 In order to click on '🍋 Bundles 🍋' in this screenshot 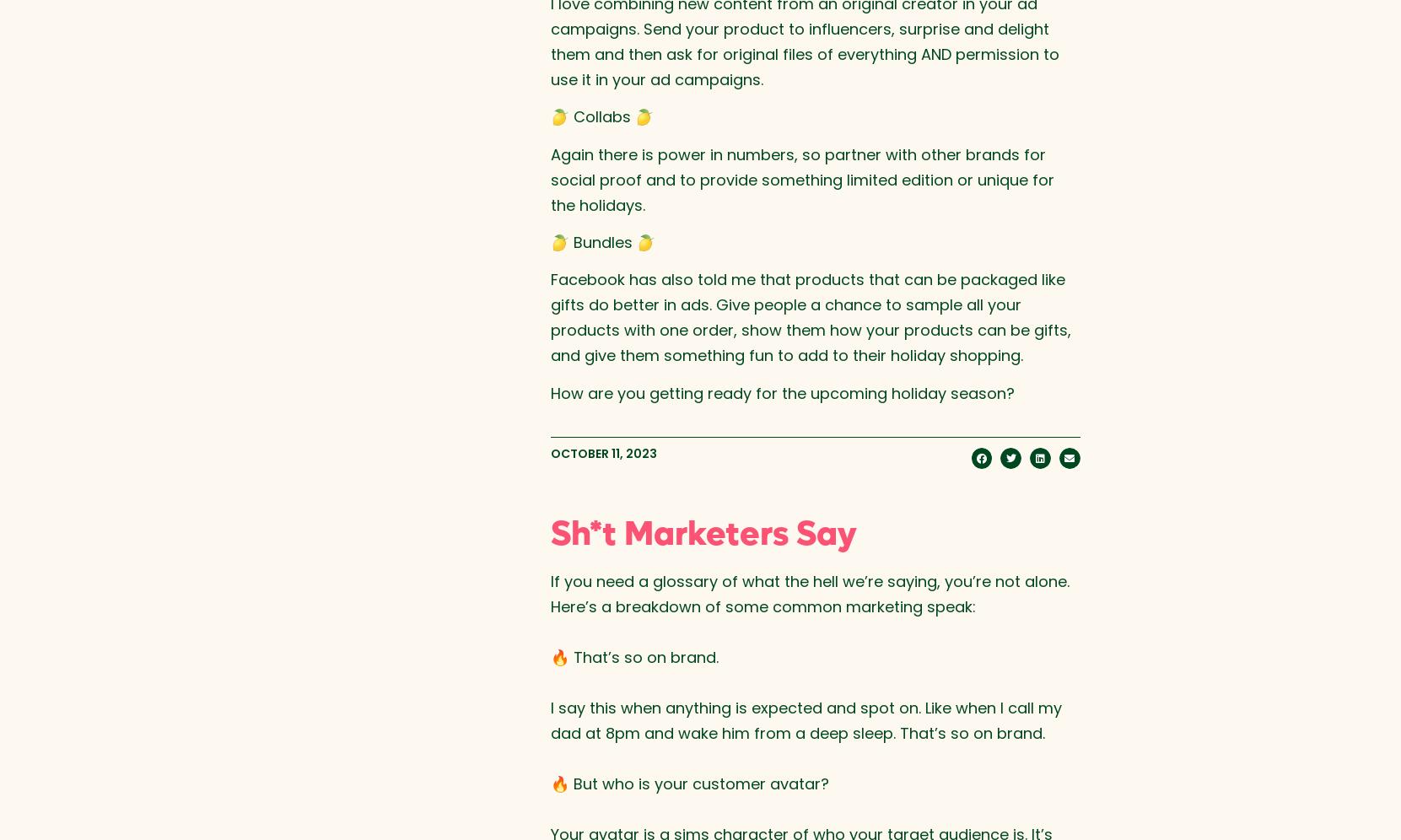, I will do `click(602, 242)`.